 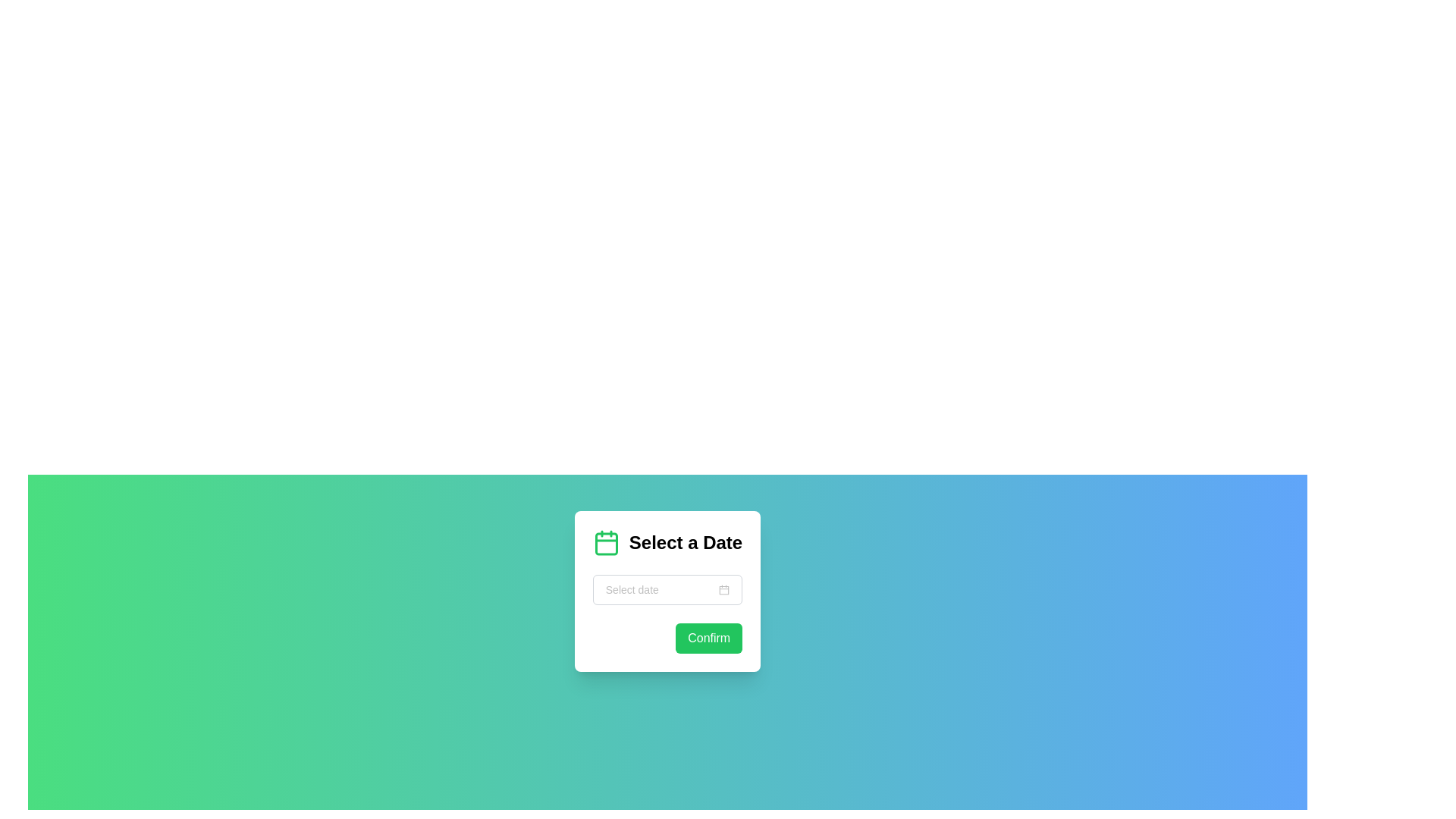 What do you see at coordinates (667, 638) in the screenshot?
I see `the green 'Confirm' button with rounded edges located in the lower right corner of the 'Select a Date' card` at bounding box center [667, 638].